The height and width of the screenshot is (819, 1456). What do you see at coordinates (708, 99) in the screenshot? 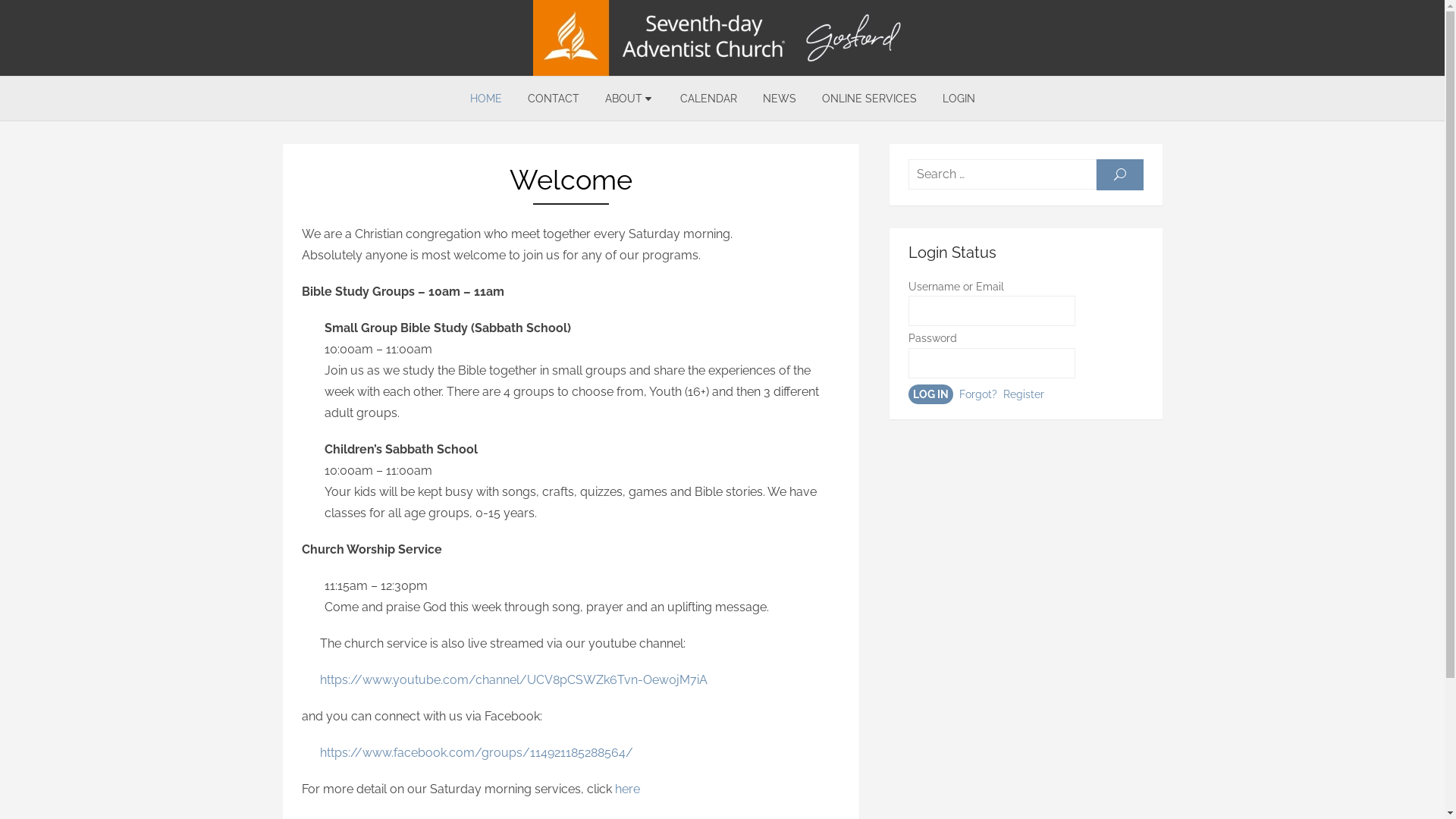
I see `'CALENDAR'` at bounding box center [708, 99].